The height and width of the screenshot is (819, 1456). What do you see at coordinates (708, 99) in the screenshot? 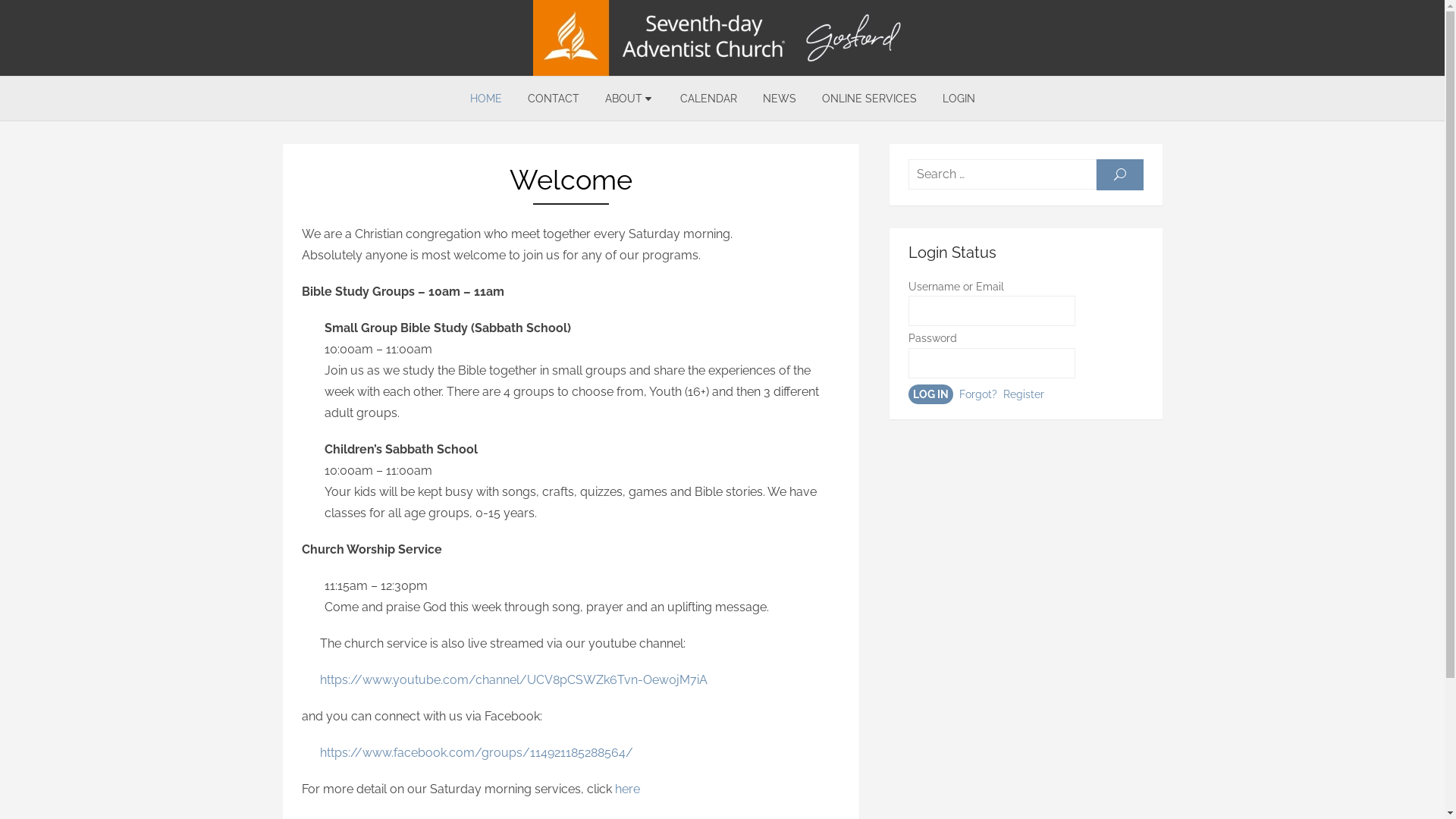
I see `'CALENDAR'` at bounding box center [708, 99].